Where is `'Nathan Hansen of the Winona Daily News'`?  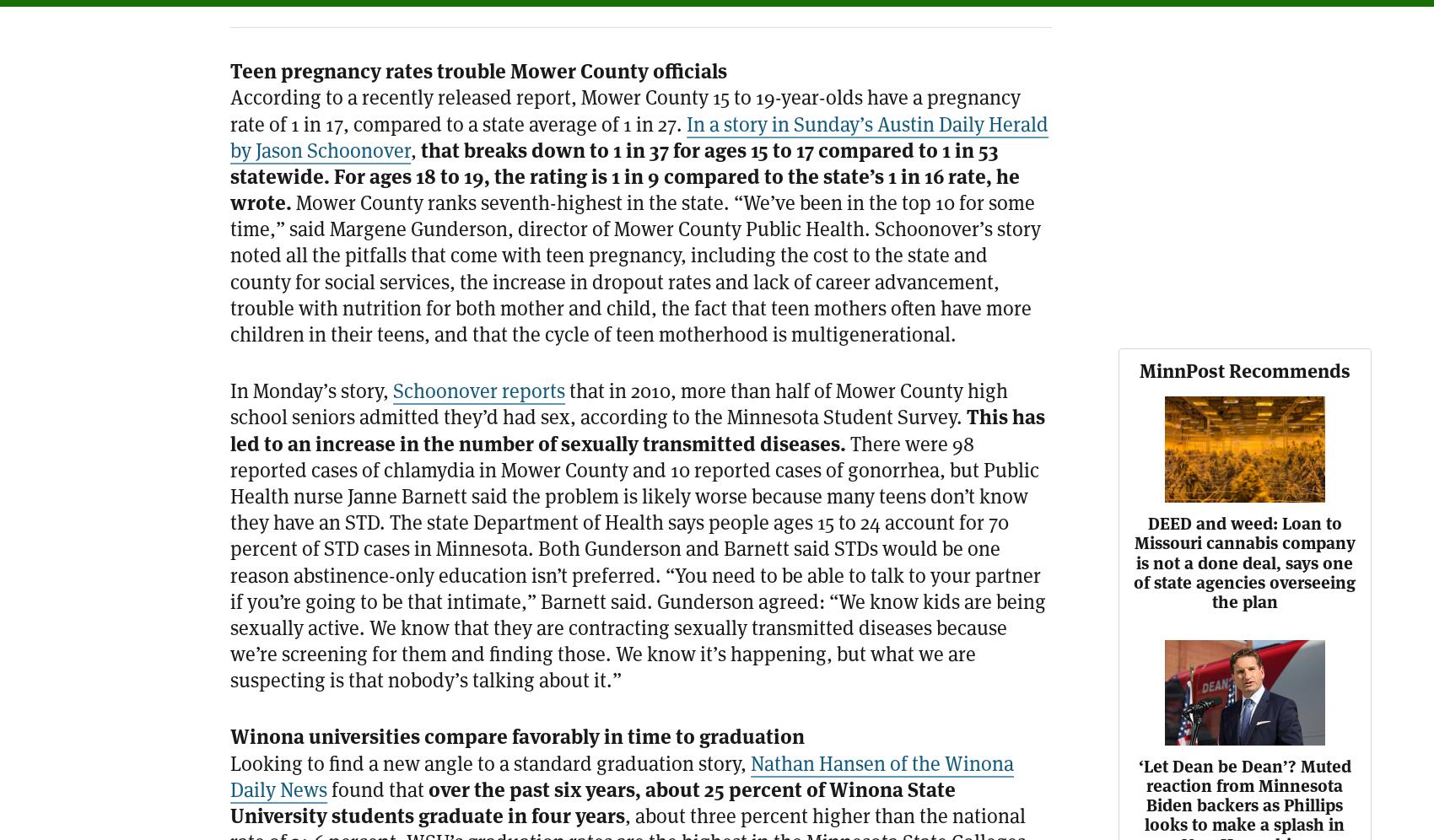
'Nathan Hansen of the Winona Daily News' is located at coordinates (622, 776).